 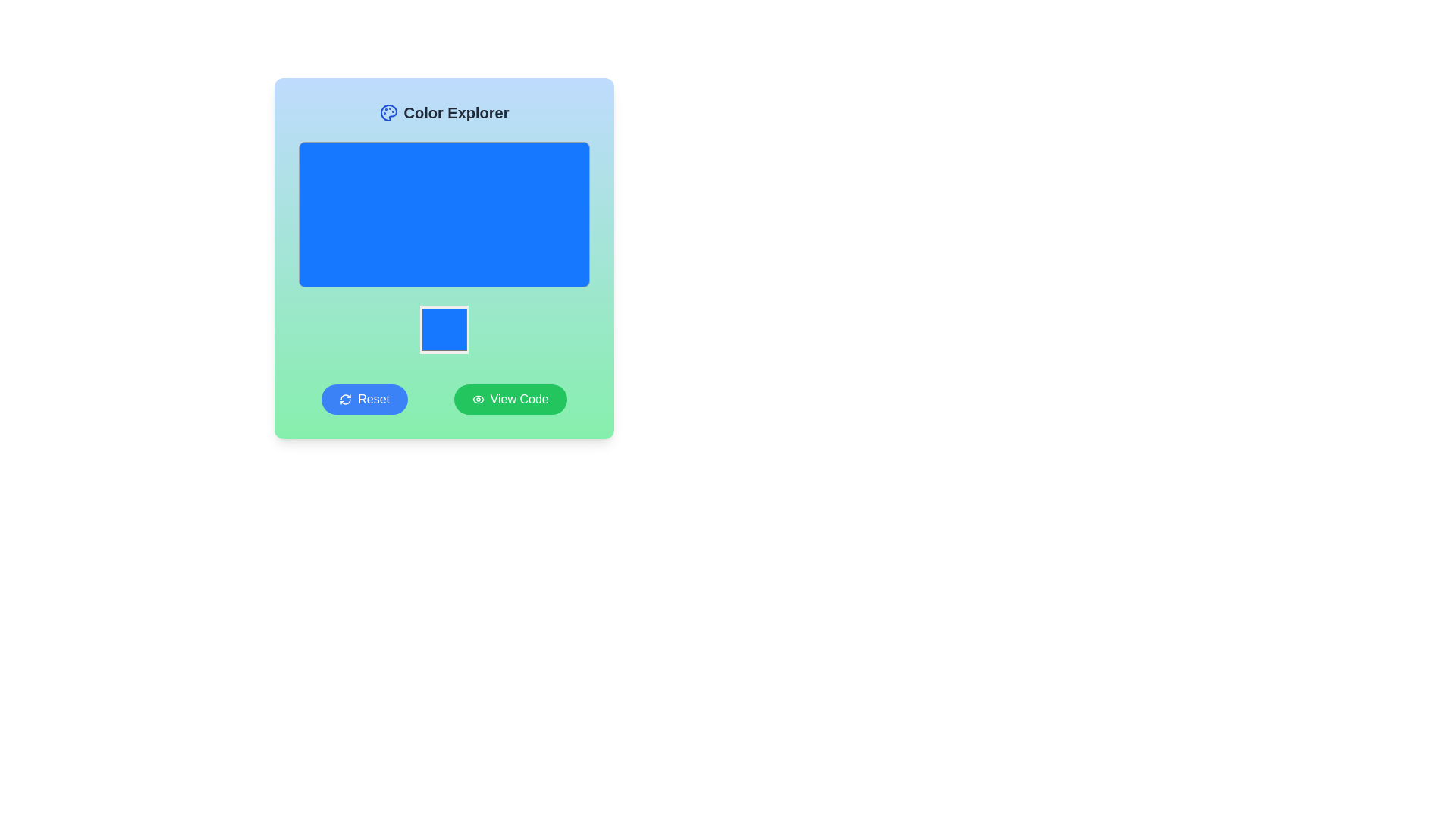 What do you see at coordinates (443, 329) in the screenshot?
I see `the blue color picker button located below the large display box, positioned between the 'Reset' and 'View Code' buttons` at bounding box center [443, 329].